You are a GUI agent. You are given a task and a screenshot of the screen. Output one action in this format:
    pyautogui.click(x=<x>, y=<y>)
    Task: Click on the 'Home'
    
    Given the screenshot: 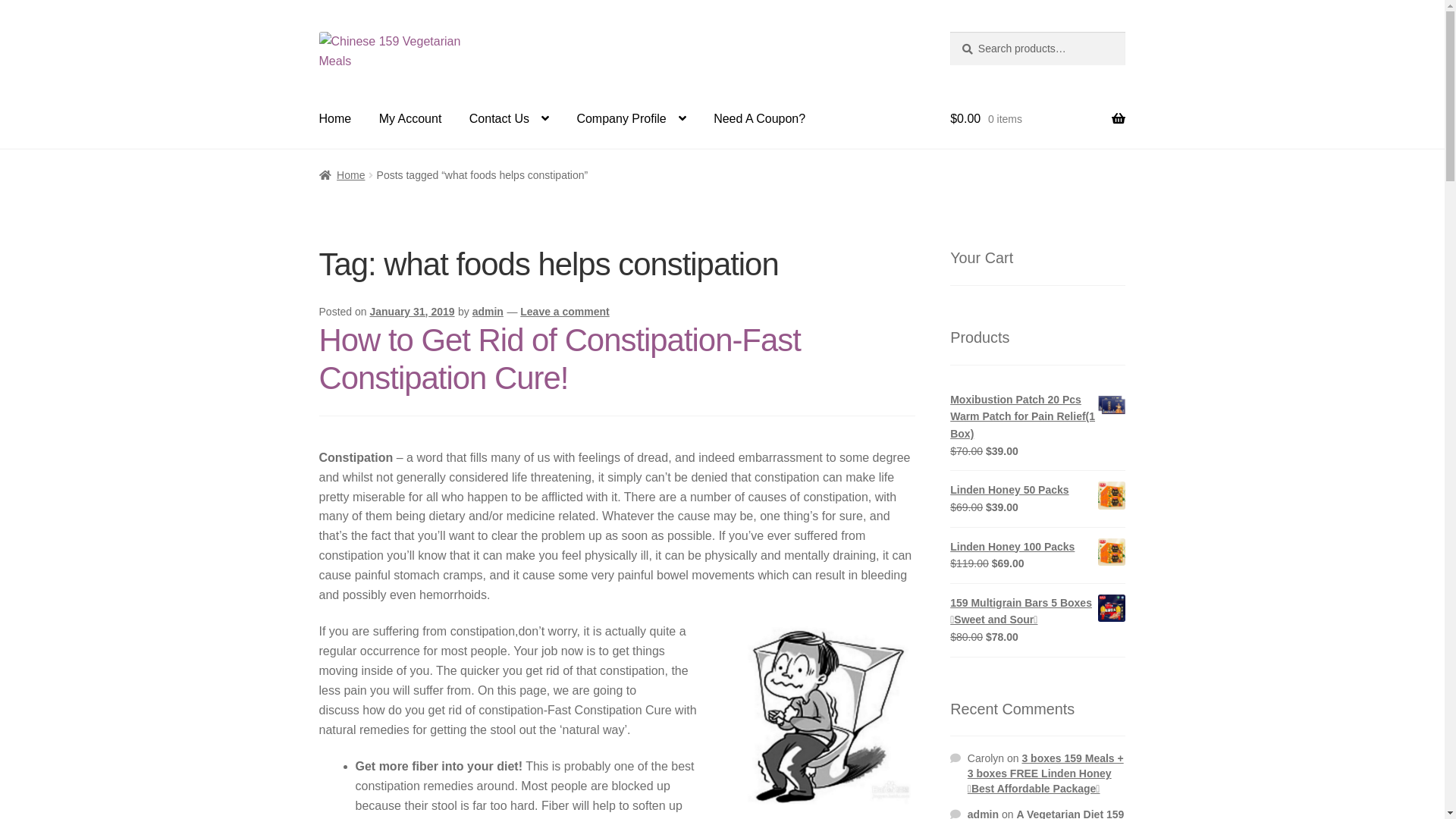 What is the action you would take?
    pyautogui.click(x=334, y=118)
    